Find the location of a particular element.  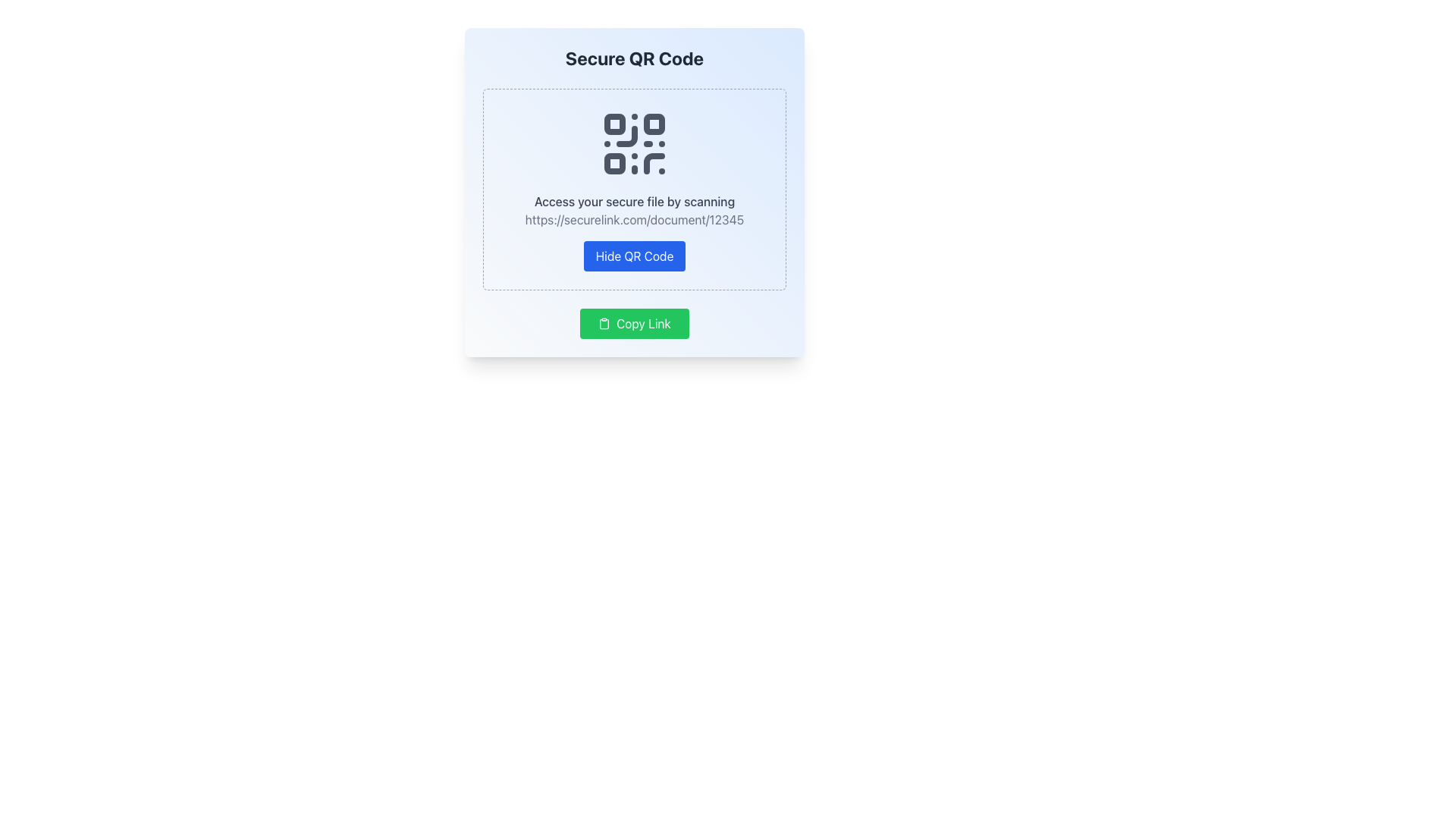

the green button located at the bottom center of the modal window to copy a link to the clipboard is located at coordinates (634, 323).